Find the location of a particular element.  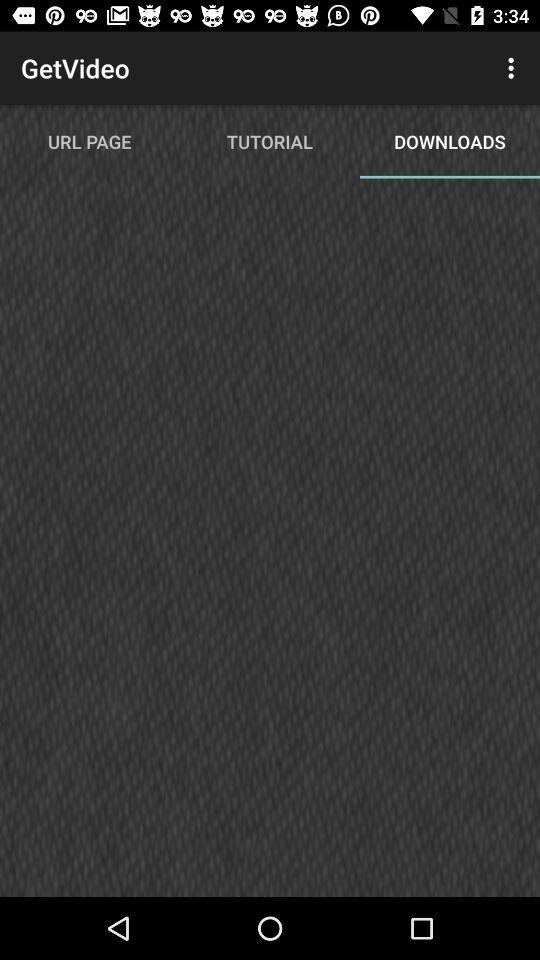

item next to tutorial item is located at coordinates (513, 68).